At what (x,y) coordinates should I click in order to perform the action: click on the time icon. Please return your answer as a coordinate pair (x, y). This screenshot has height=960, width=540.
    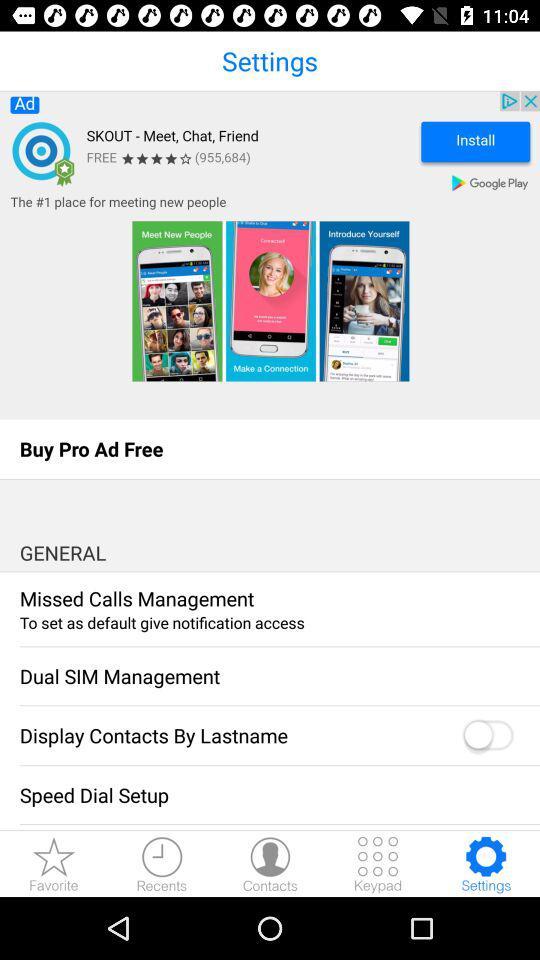
    Looking at the image, I should click on (161, 863).